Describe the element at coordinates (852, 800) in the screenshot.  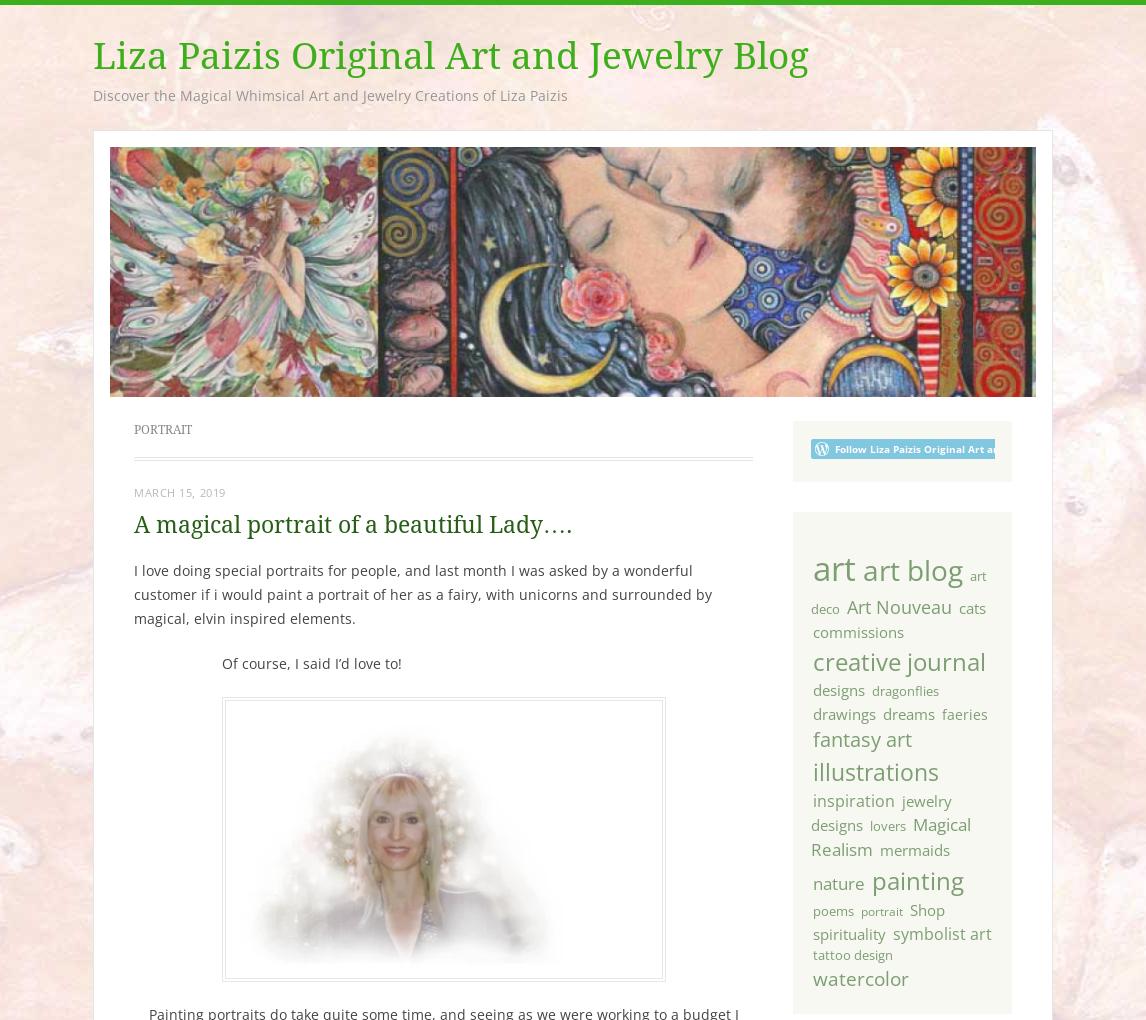
I see `'inspiration'` at that location.